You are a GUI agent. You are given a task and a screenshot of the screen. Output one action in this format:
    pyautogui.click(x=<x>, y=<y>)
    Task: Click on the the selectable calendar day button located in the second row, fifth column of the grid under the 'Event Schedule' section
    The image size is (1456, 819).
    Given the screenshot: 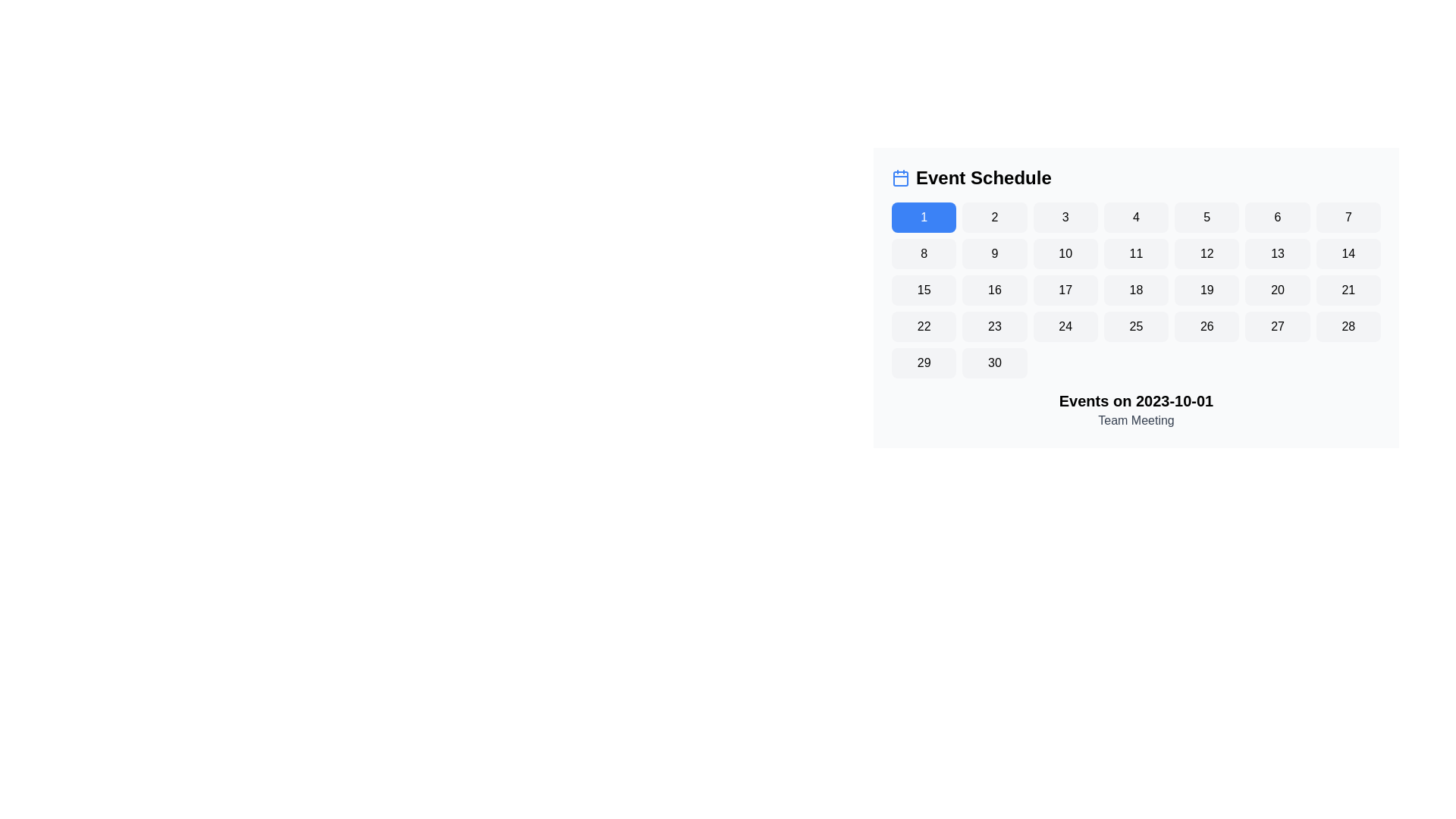 What is the action you would take?
    pyautogui.click(x=1206, y=253)
    